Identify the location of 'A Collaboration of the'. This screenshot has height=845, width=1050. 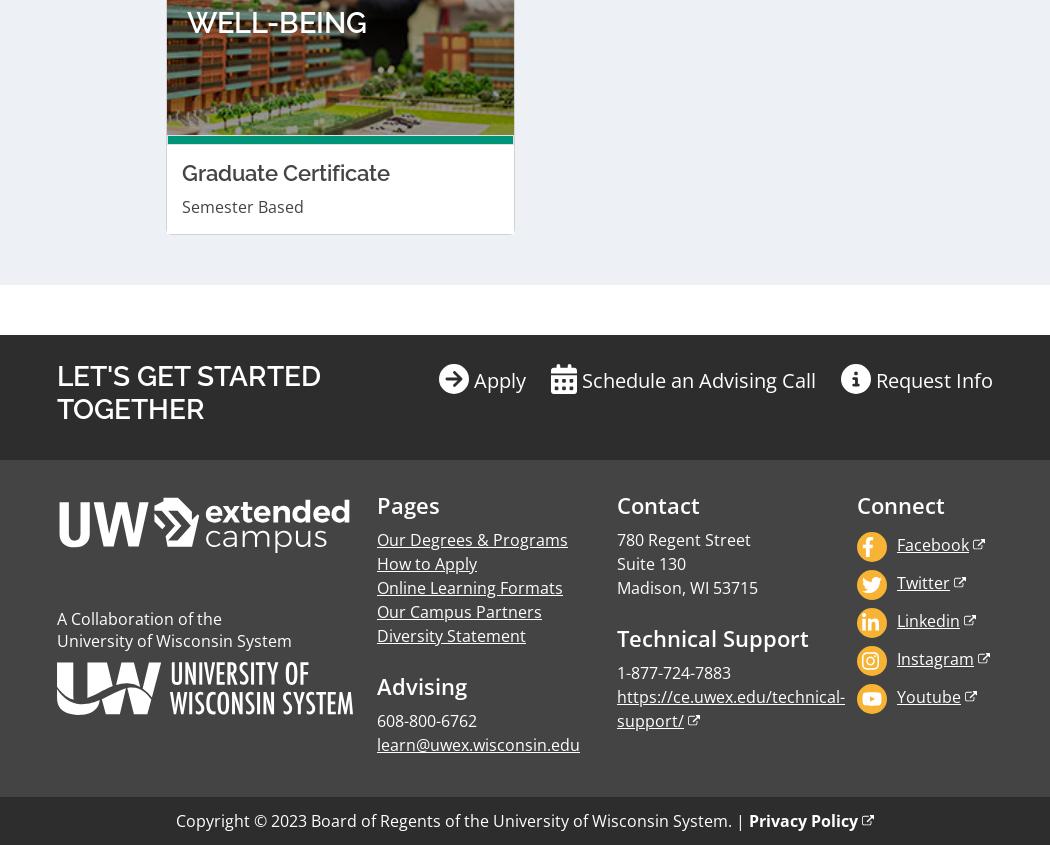
(138, 116).